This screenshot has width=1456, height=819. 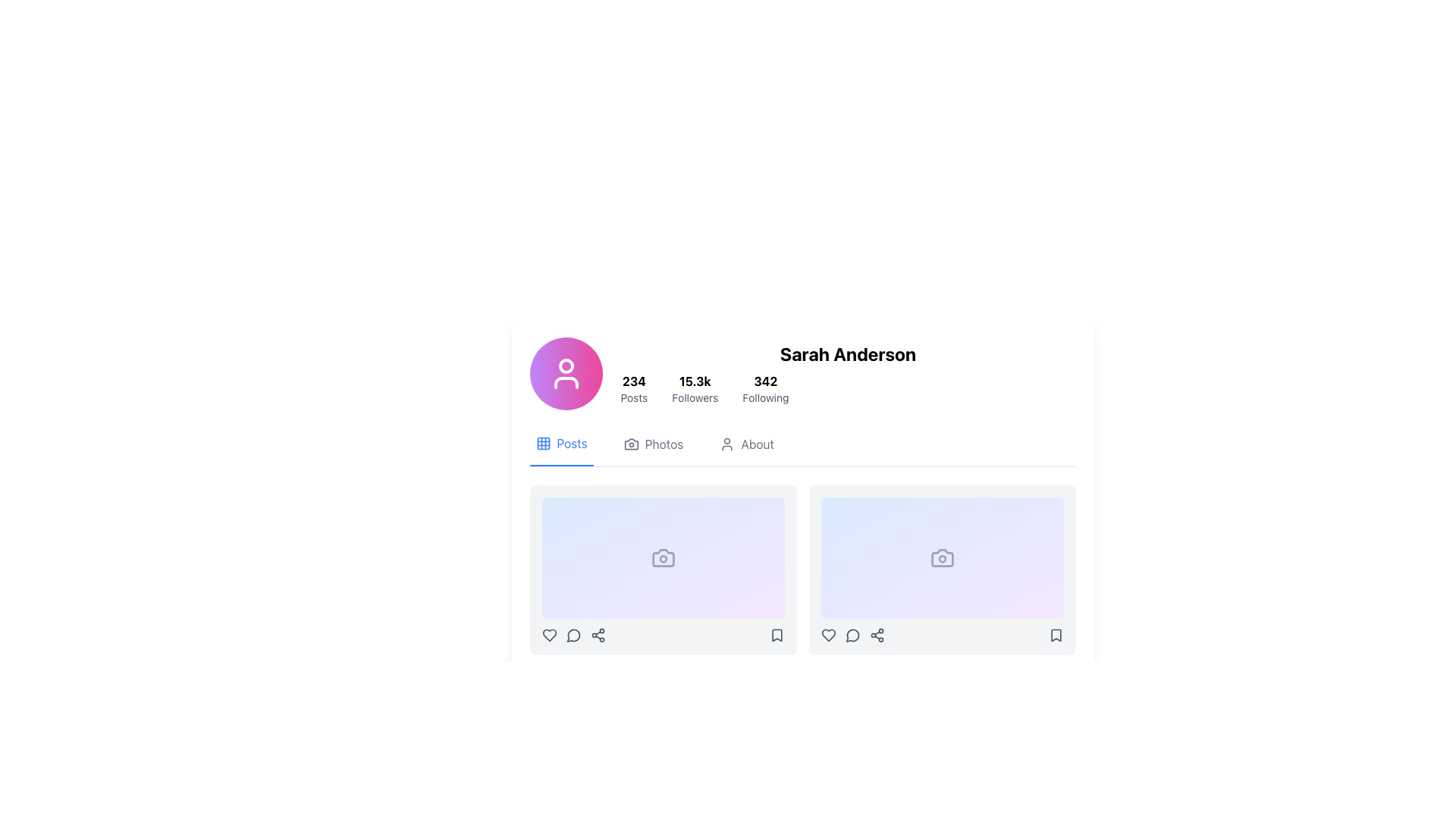 What do you see at coordinates (573, 635) in the screenshot?
I see `the Icon button positioned between the heart-shaped icon and the arrow-shaped icon below the content image` at bounding box center [573, 635].